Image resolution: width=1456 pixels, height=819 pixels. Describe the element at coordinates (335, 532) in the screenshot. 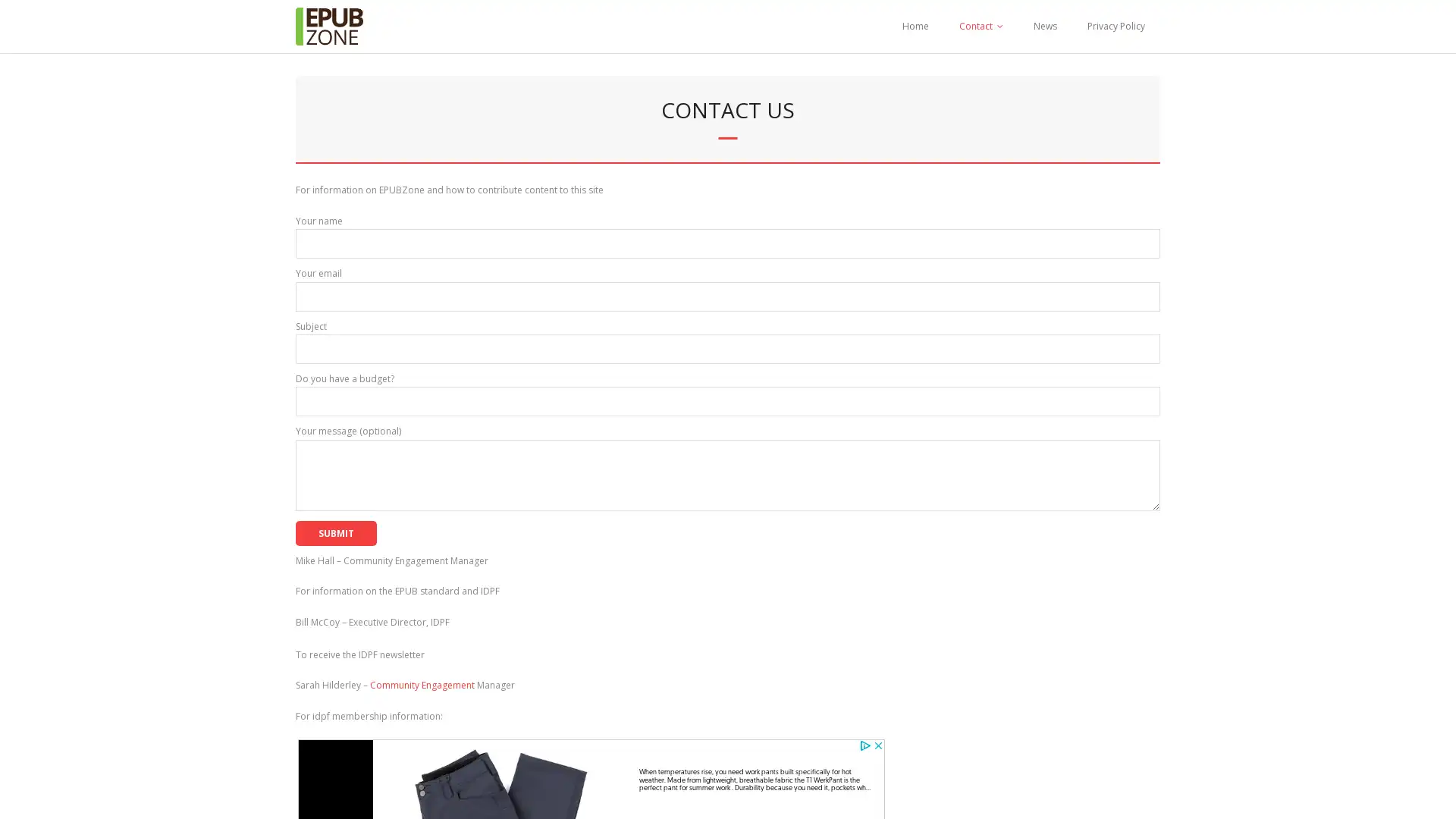

I see `Submit` at that location.